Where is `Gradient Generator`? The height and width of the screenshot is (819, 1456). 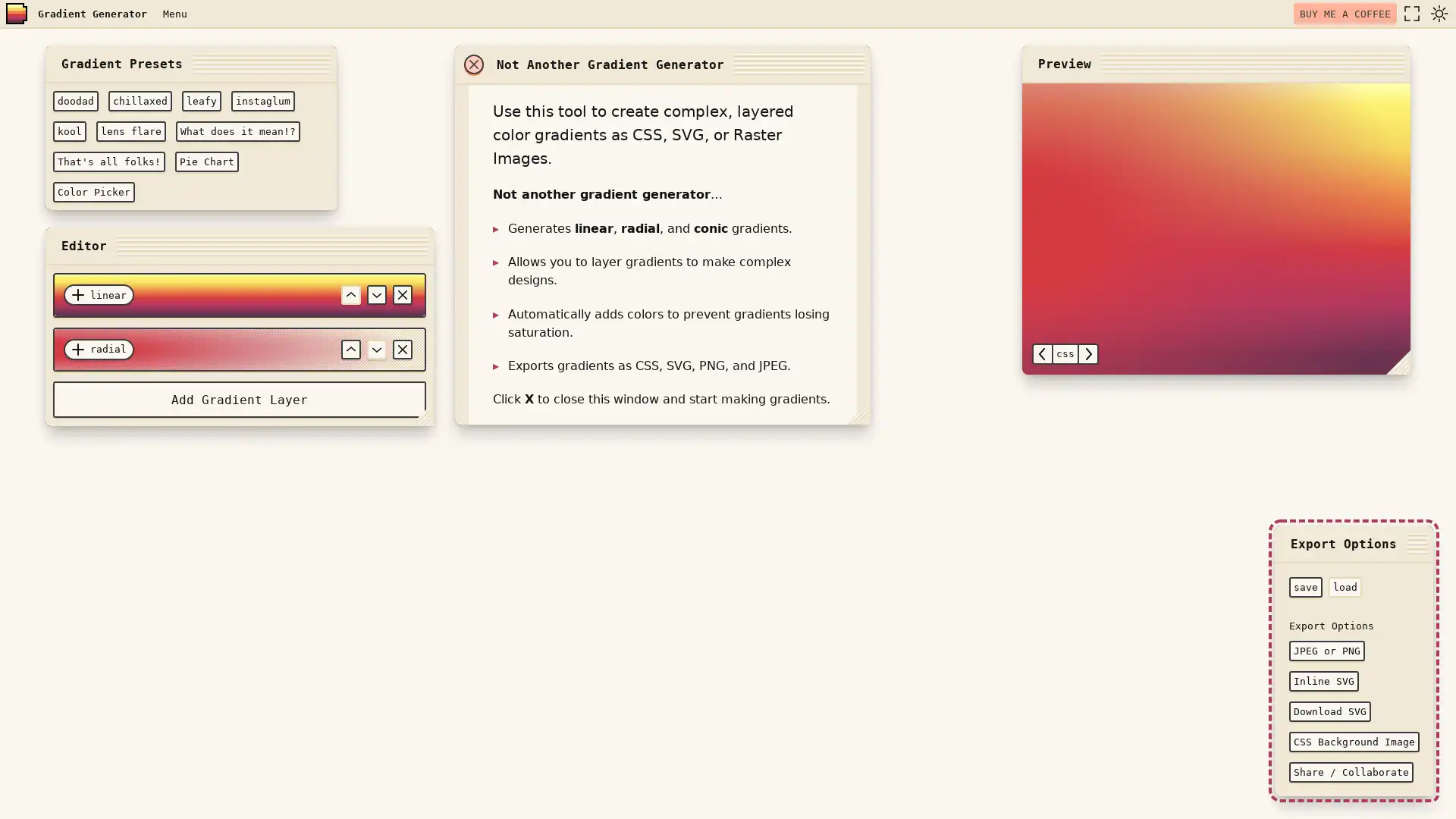
Gradient Generator is located at coordinates (91, 14).